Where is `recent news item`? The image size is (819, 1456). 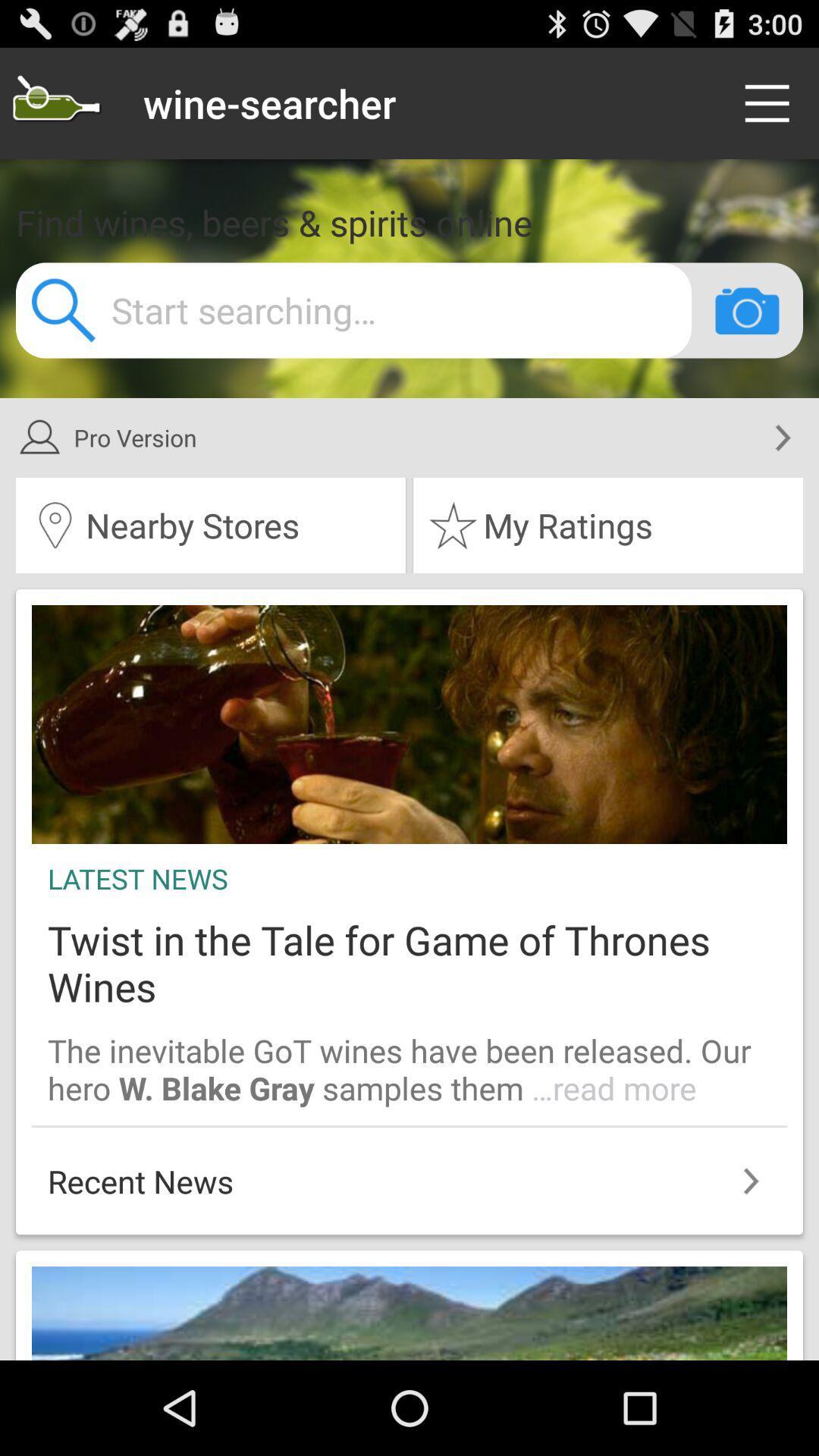 recent news item is located at coordinates (409, 1172).